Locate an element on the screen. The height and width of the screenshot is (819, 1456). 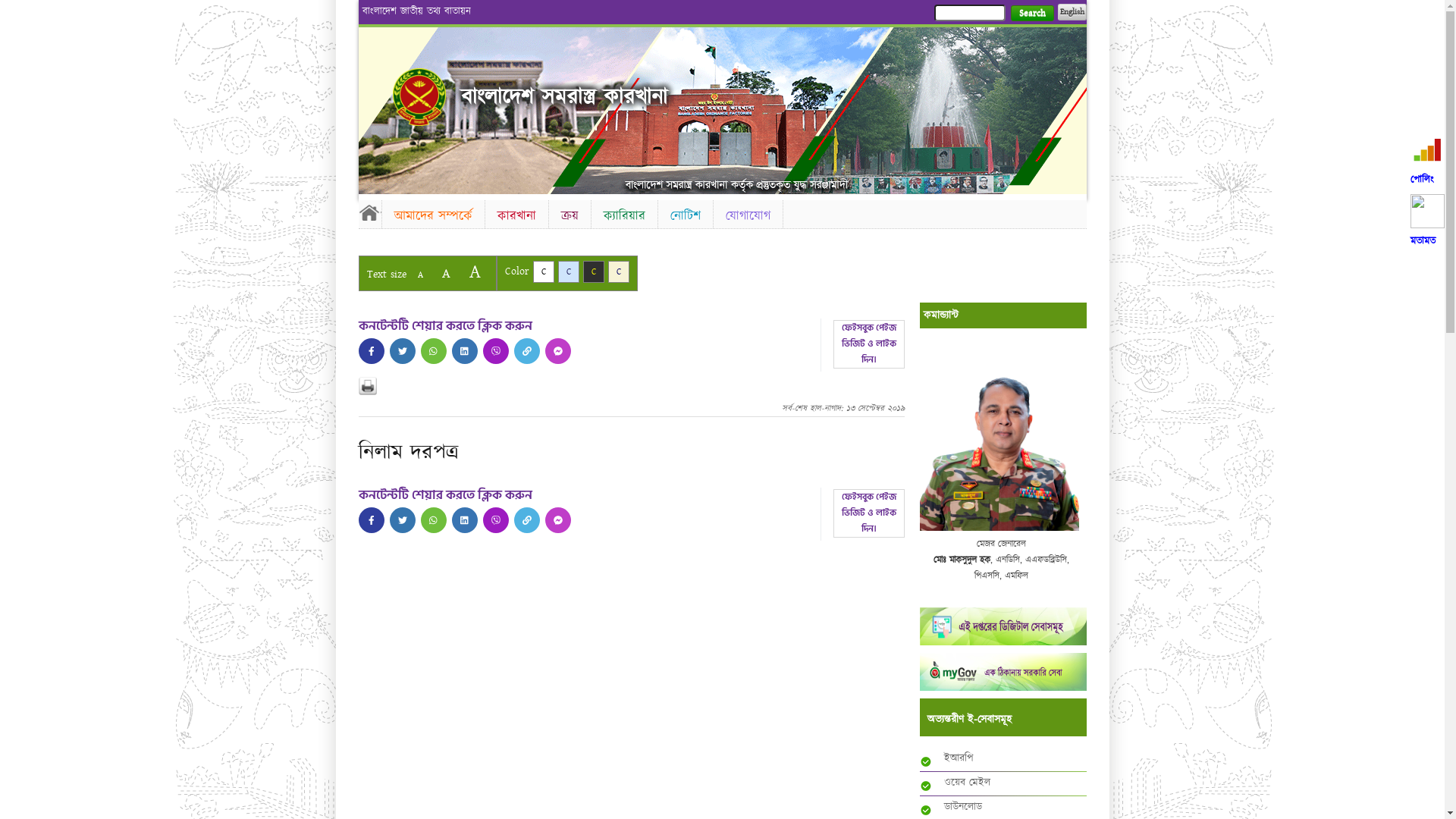
'C' is located at coordinates (582, 271).